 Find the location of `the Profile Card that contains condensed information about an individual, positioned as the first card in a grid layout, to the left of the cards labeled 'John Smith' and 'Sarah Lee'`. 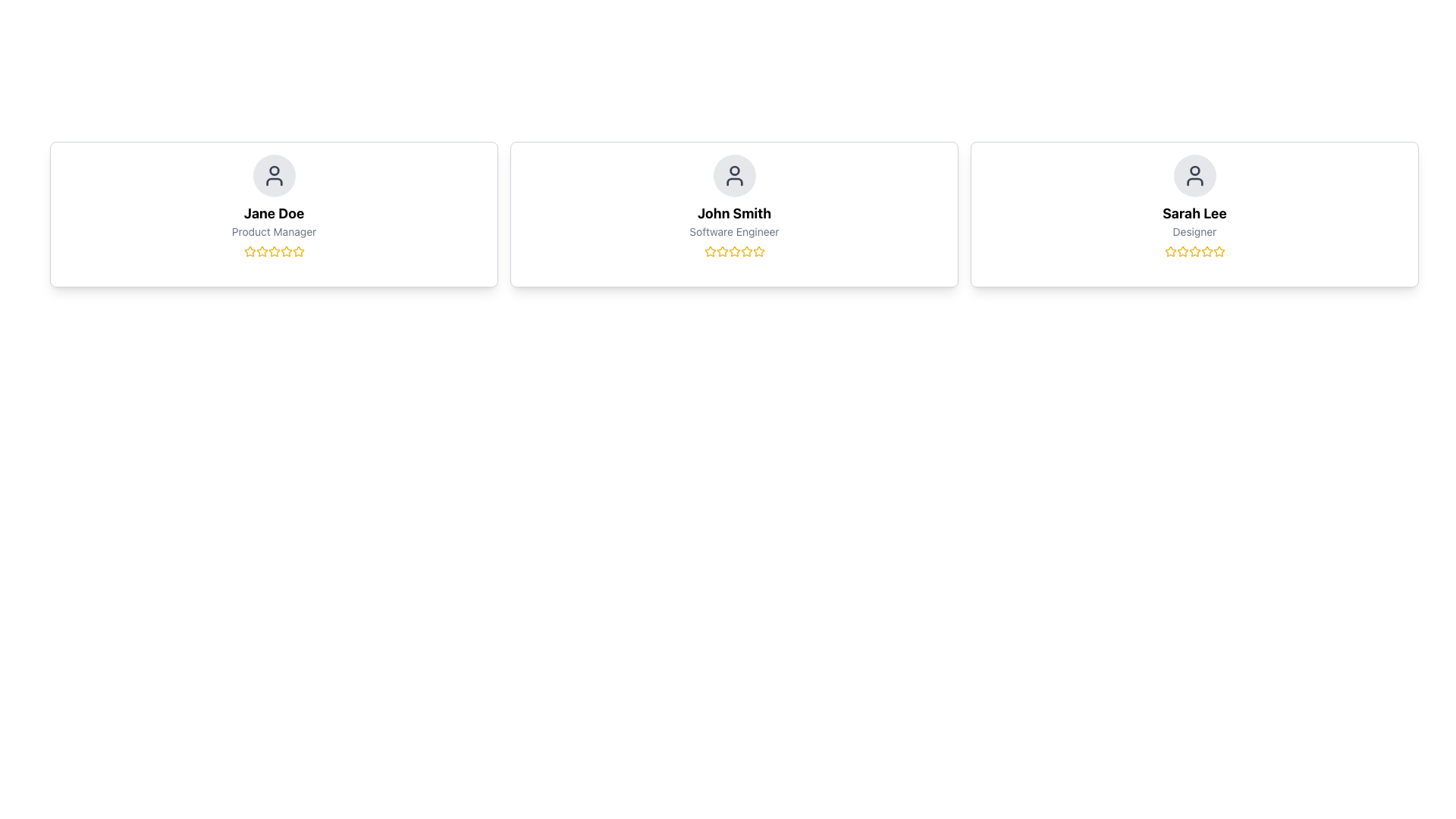

the Profile Card that contains condensed information about an individual, positioned as the first card in a grid layout, to the left of the cards labeled 'John Smith' and 'Sarah Lee' is located at coordinates (274, 214).